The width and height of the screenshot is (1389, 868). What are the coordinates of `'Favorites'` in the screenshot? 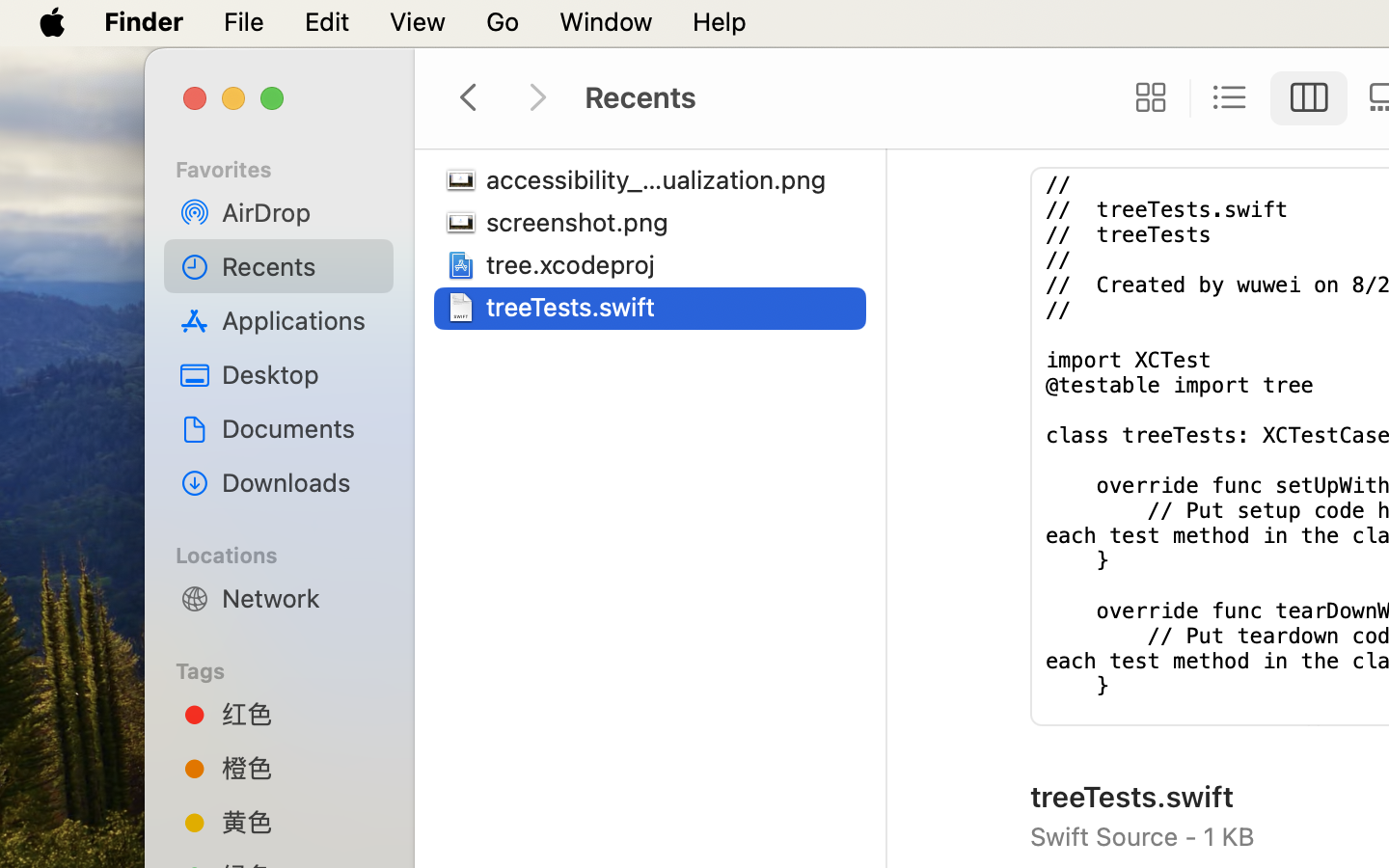 It's located at (288, 166).